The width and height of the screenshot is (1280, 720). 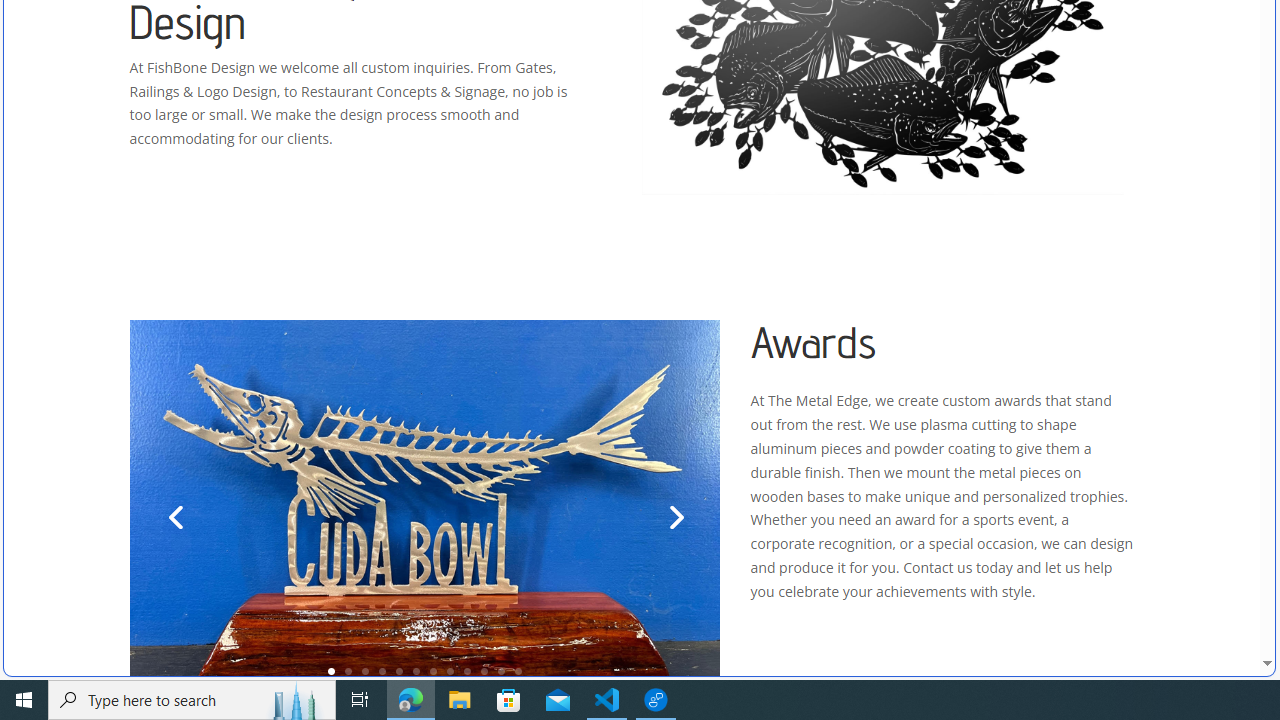 What do you see at coordinates (484, 671) in the screenshot?
I see `'10'` at bounding box center [484, 671].